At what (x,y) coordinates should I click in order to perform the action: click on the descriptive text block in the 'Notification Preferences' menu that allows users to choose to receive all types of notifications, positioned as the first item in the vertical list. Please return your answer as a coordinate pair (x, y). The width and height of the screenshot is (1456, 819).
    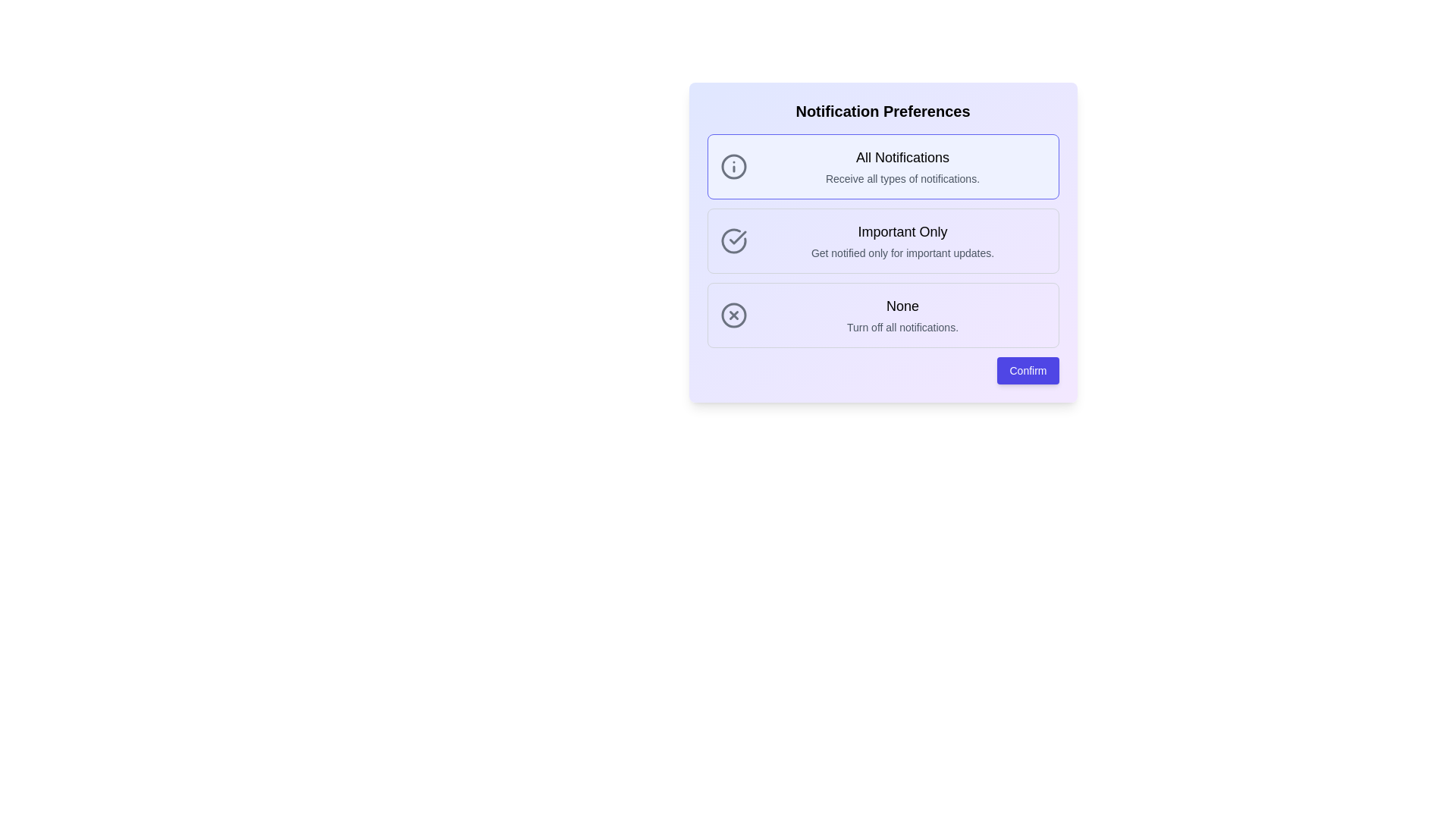
    Looking at the image, I should click on (902, 166).